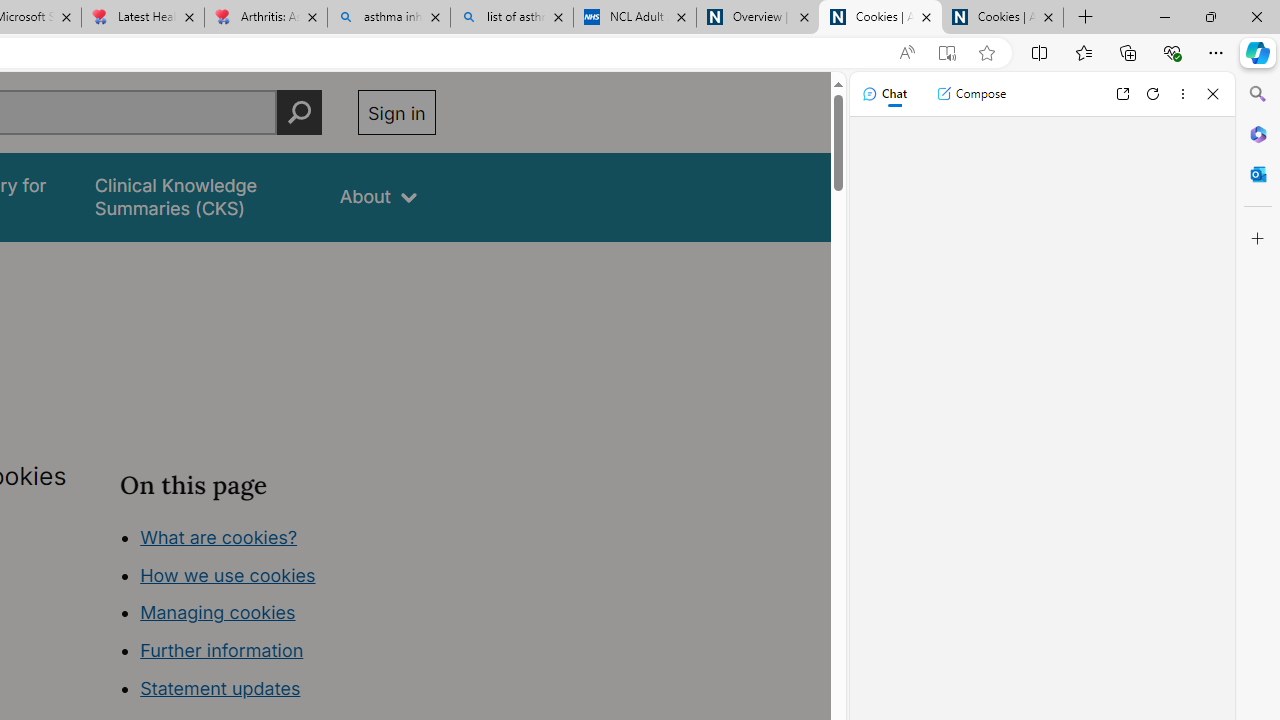 This screenshot has height=720, width=1280. What do you see at coordinates (971, 93) in the screenshot?
I see `'Compose'` at bounding box center [971, 93].